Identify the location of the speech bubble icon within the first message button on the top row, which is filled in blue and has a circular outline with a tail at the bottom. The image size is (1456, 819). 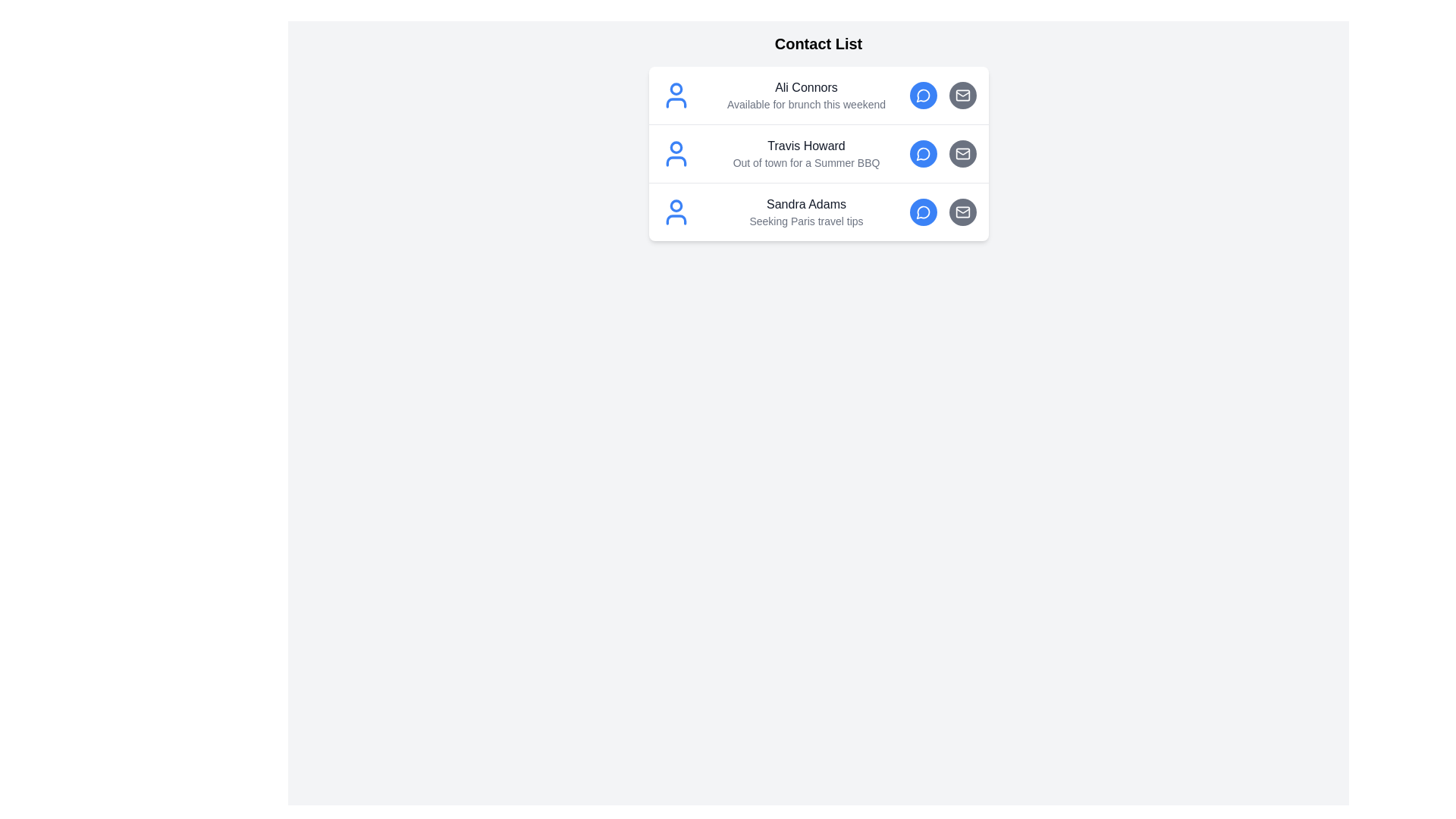
(922, 96).